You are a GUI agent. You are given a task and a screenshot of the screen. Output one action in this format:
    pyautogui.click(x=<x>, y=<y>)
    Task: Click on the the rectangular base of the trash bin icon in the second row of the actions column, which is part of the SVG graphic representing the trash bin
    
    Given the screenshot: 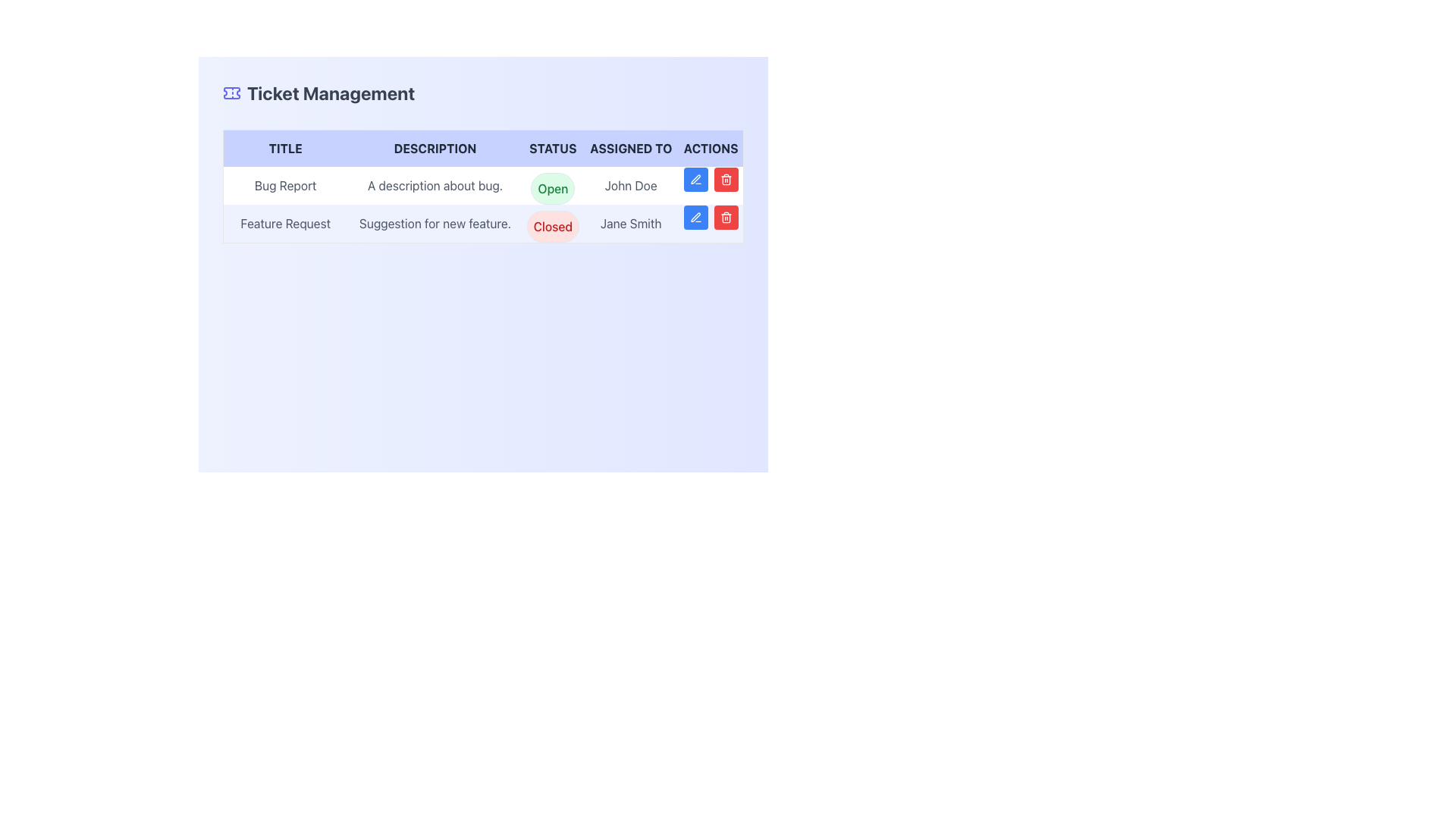 What is the action you would take?
    pyautogui.click(x=725, y=180)
    